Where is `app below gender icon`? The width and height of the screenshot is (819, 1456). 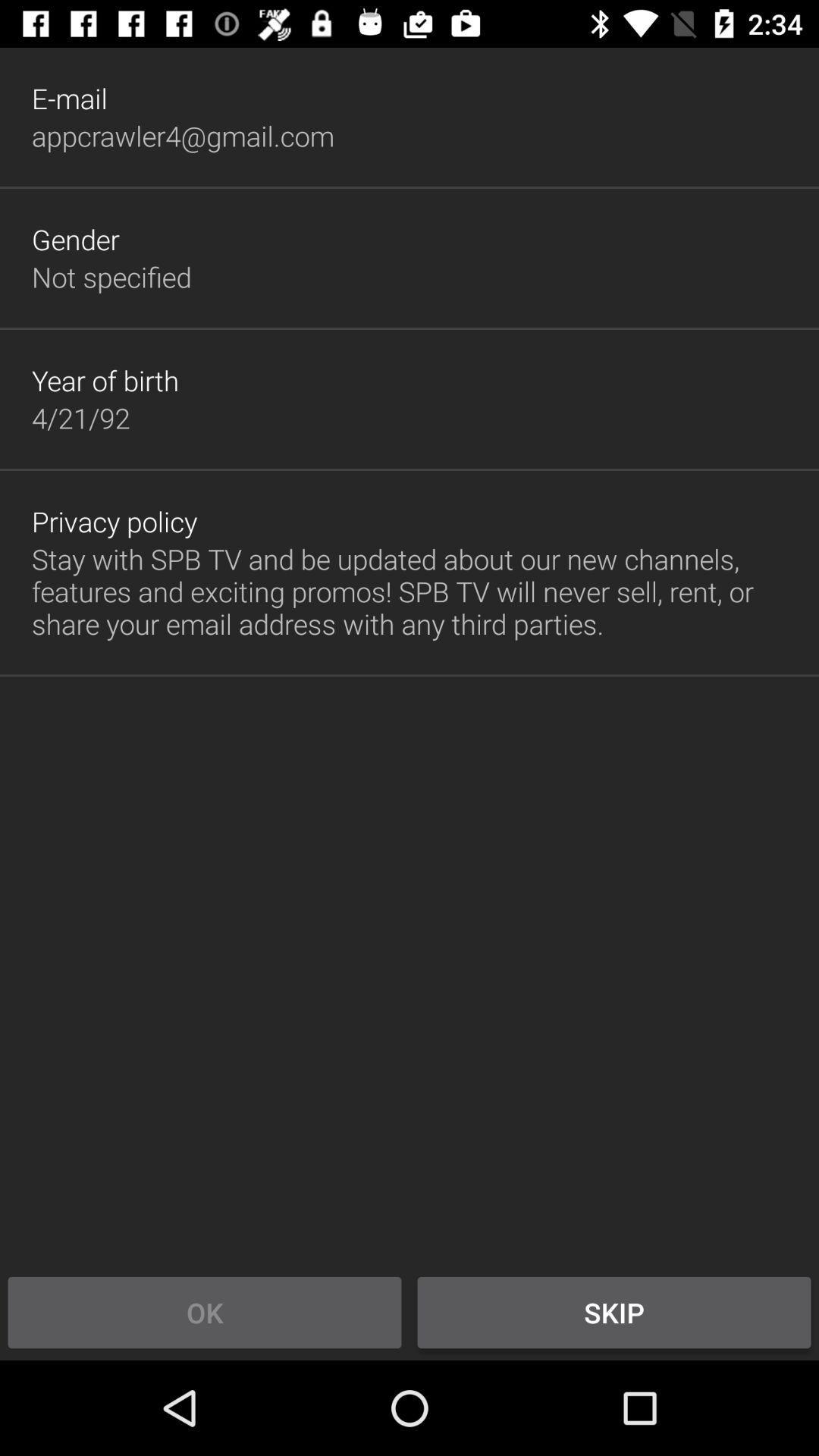
app below gender icon is located at coordinates (111, 277).